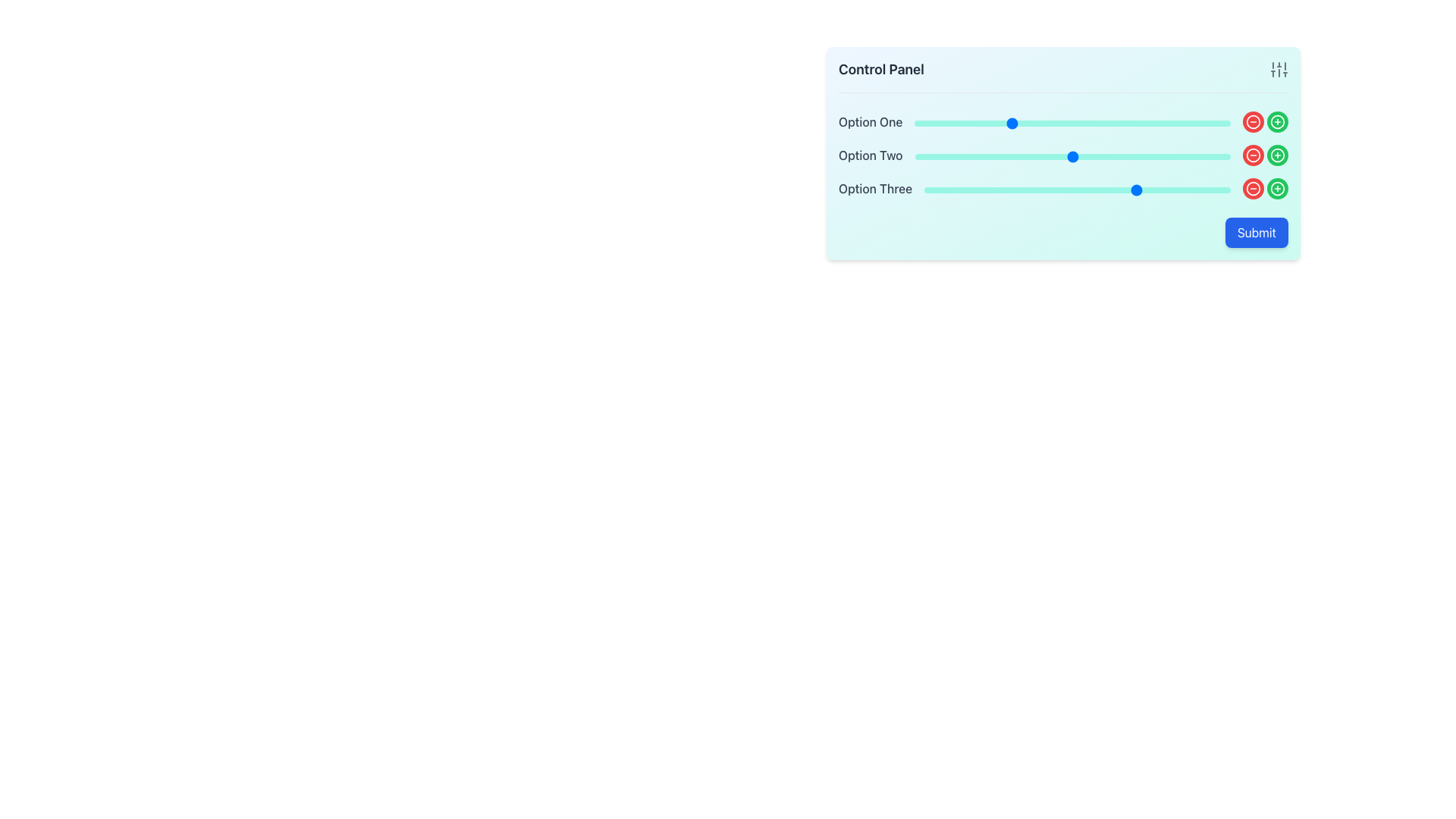  I want to click on the slider for 'Option Three', so click(1175, 189).